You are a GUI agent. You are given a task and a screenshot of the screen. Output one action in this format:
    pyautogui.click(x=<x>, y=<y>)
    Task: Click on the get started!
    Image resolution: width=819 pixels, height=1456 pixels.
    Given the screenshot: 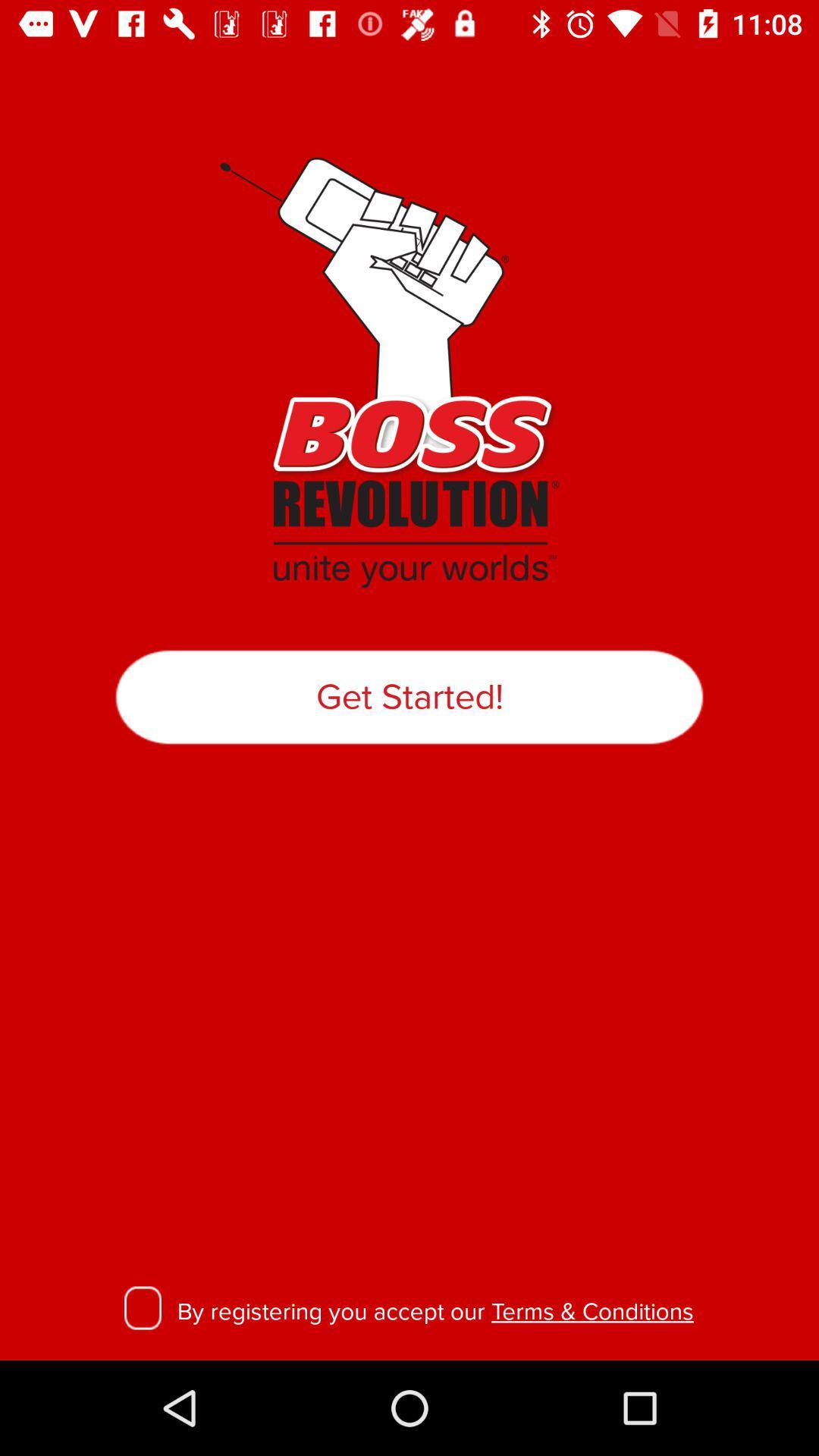 What is the action you would take?
    pyautogui.click(x=409, y=696)
    